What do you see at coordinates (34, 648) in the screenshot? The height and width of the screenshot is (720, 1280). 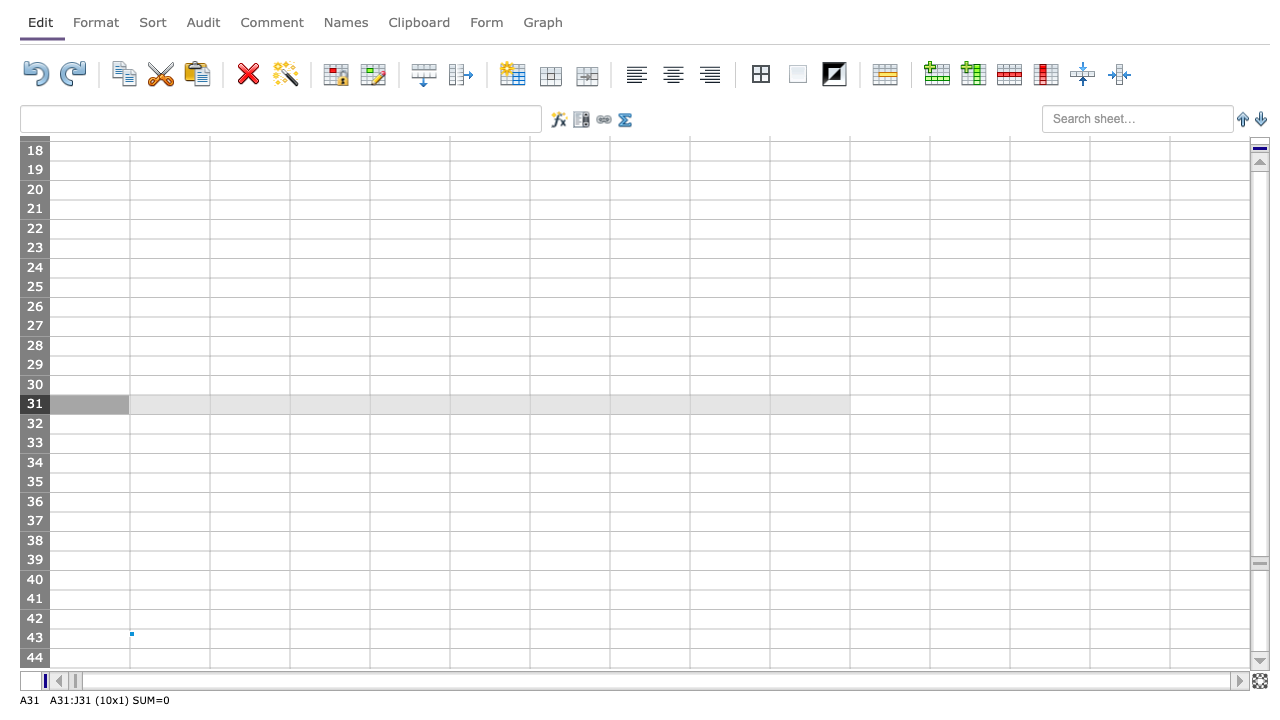 I see `the resize handle of row 43` at bounding box center [34, 648].